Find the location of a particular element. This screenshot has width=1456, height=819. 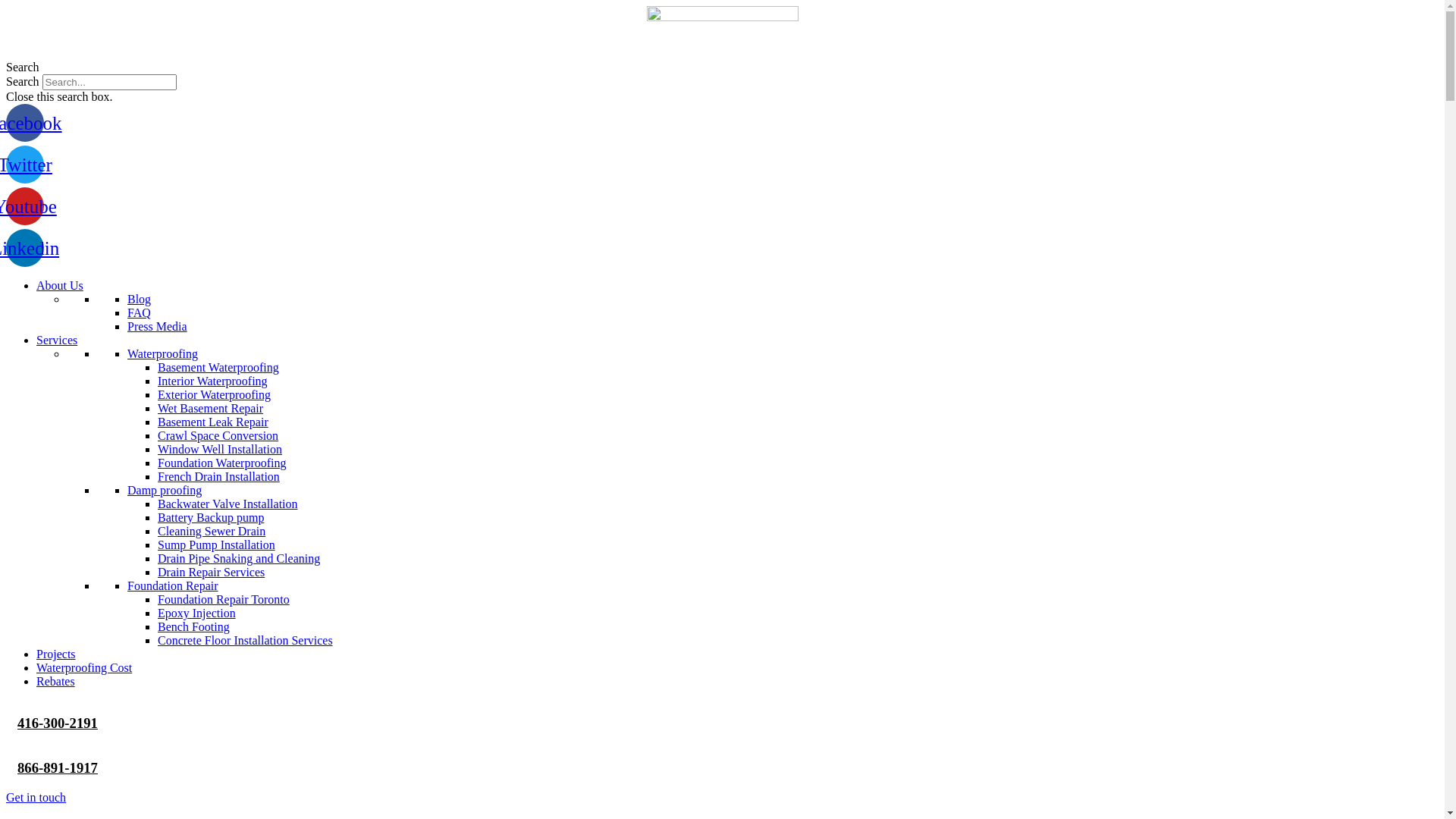

'Epoxy Injection' is located at coordinates (196, 612).